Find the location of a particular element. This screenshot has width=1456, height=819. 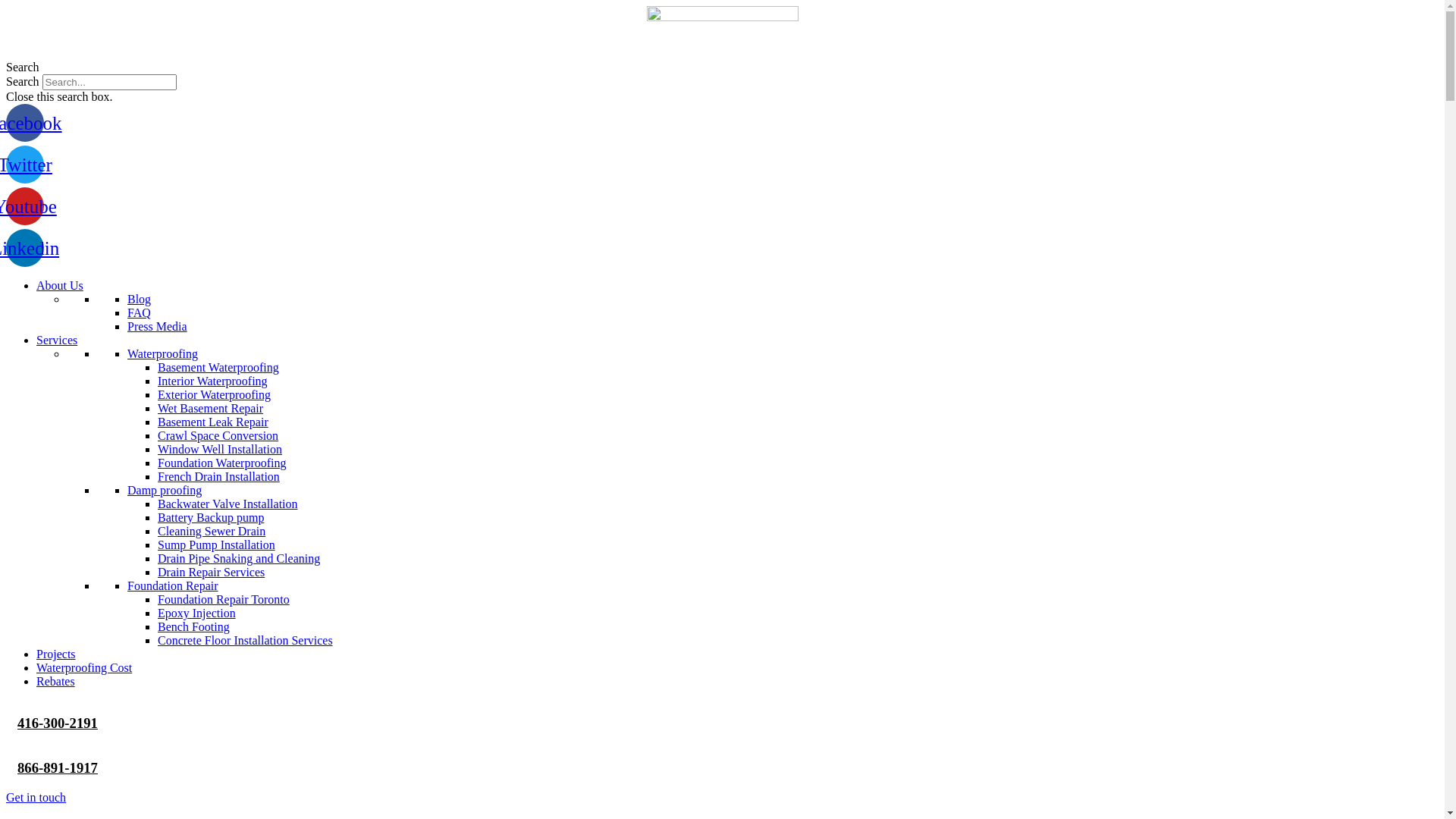

'Epoxy Injection' is located at coordinates (196, 612).